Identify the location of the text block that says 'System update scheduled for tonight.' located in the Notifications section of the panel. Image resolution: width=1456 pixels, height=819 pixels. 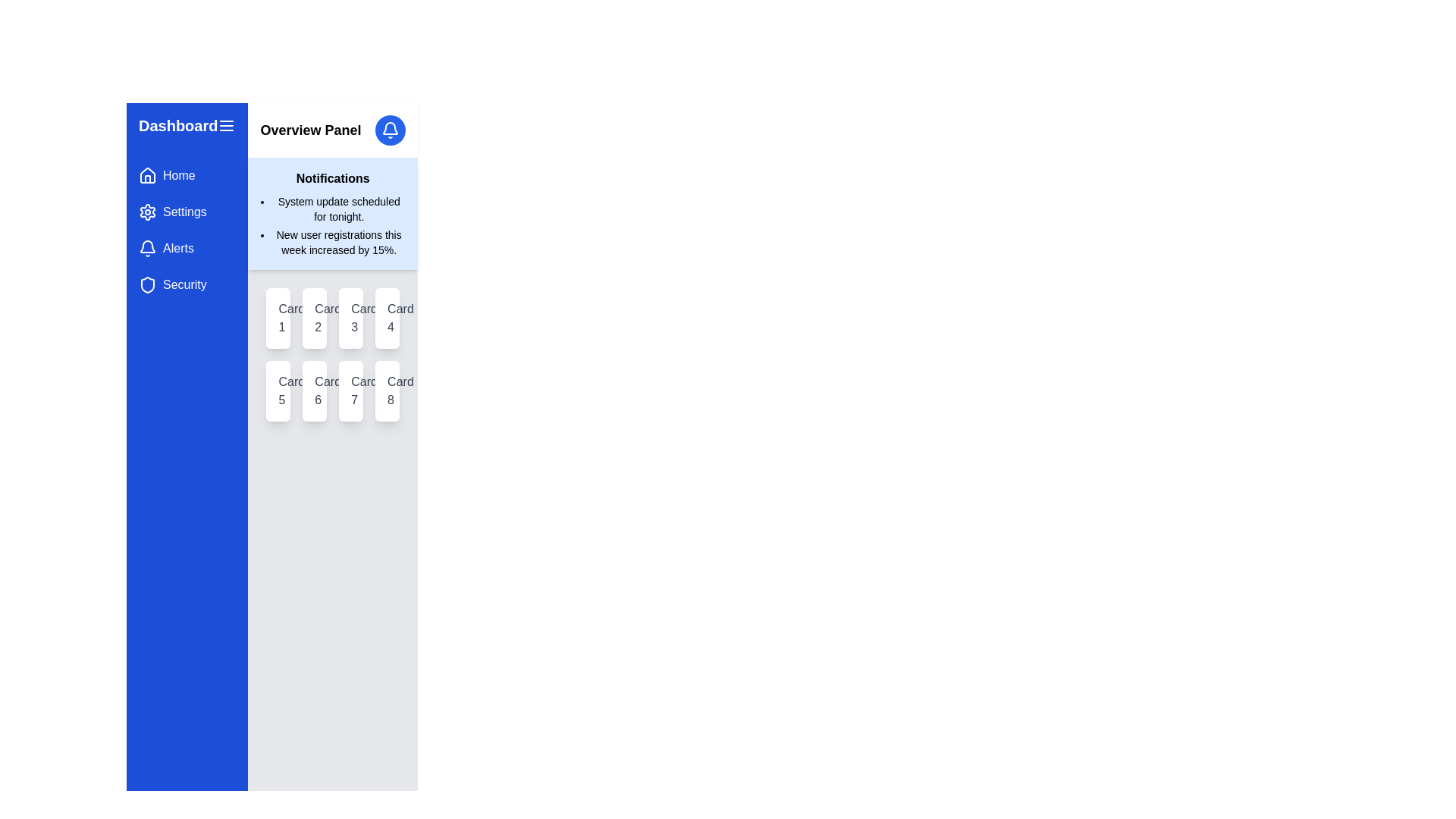
(338, 209).